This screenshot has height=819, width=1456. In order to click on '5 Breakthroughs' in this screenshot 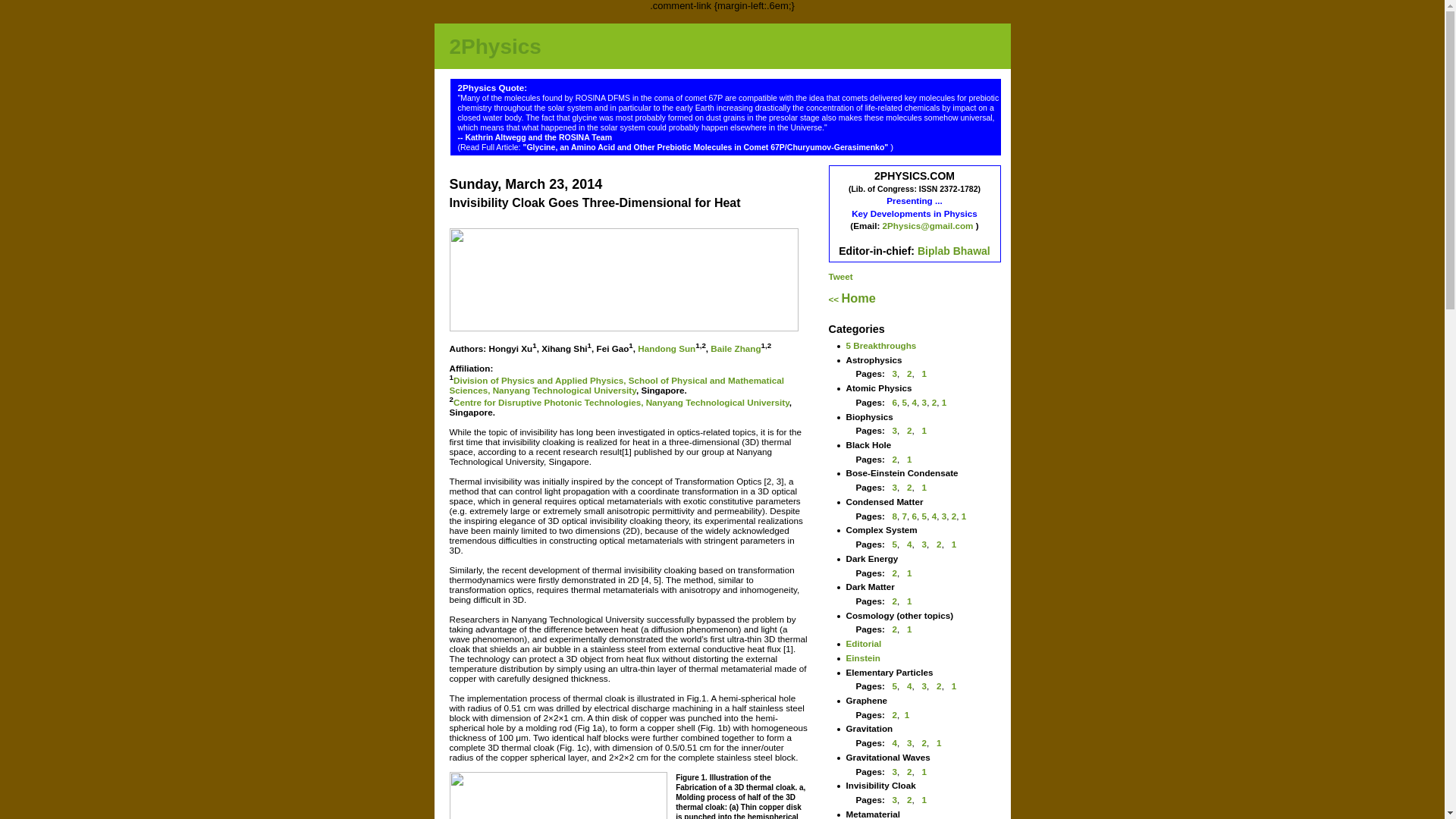, I will do `click(881, 345)`.